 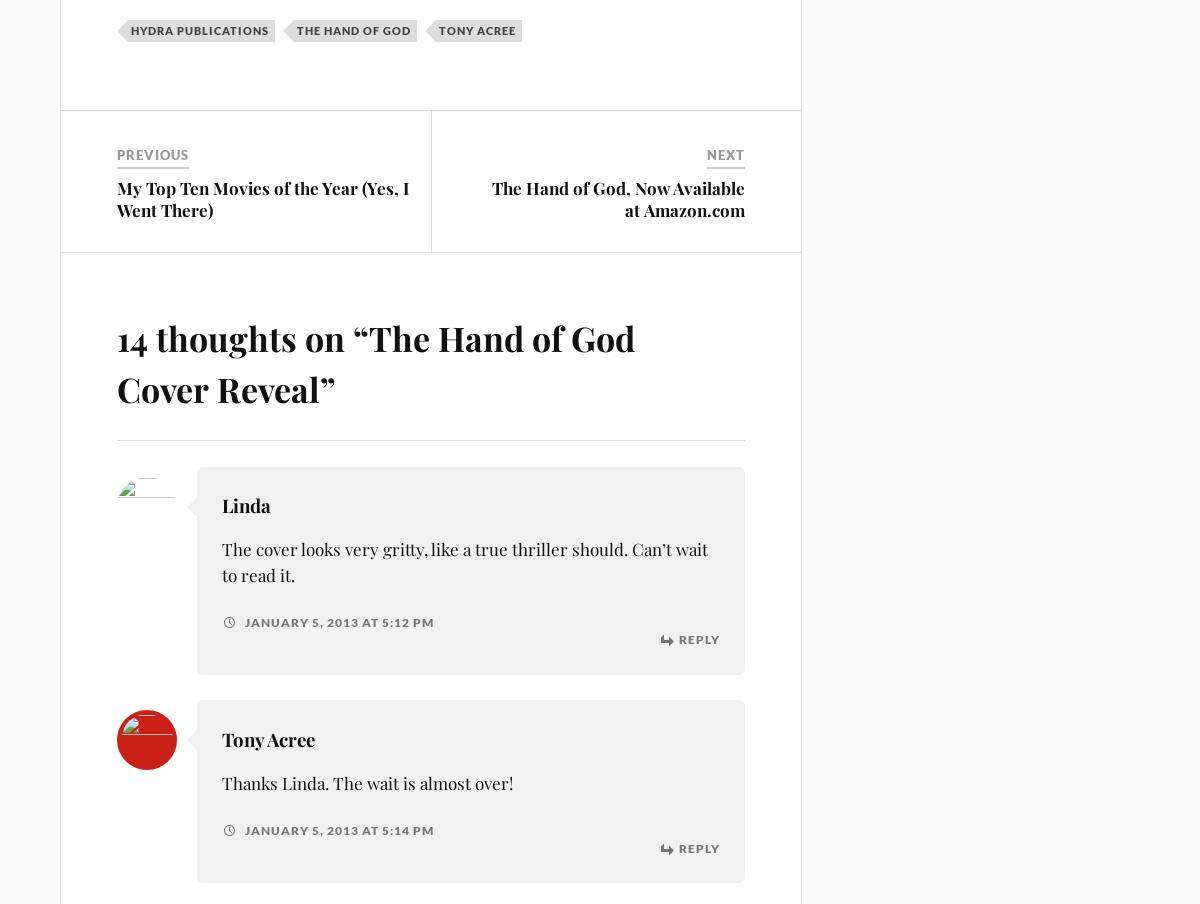 What do you see at coordinates (353, 28) in the screenshot?
I see `'The Hand of God'` at bounding box center [353, 28].